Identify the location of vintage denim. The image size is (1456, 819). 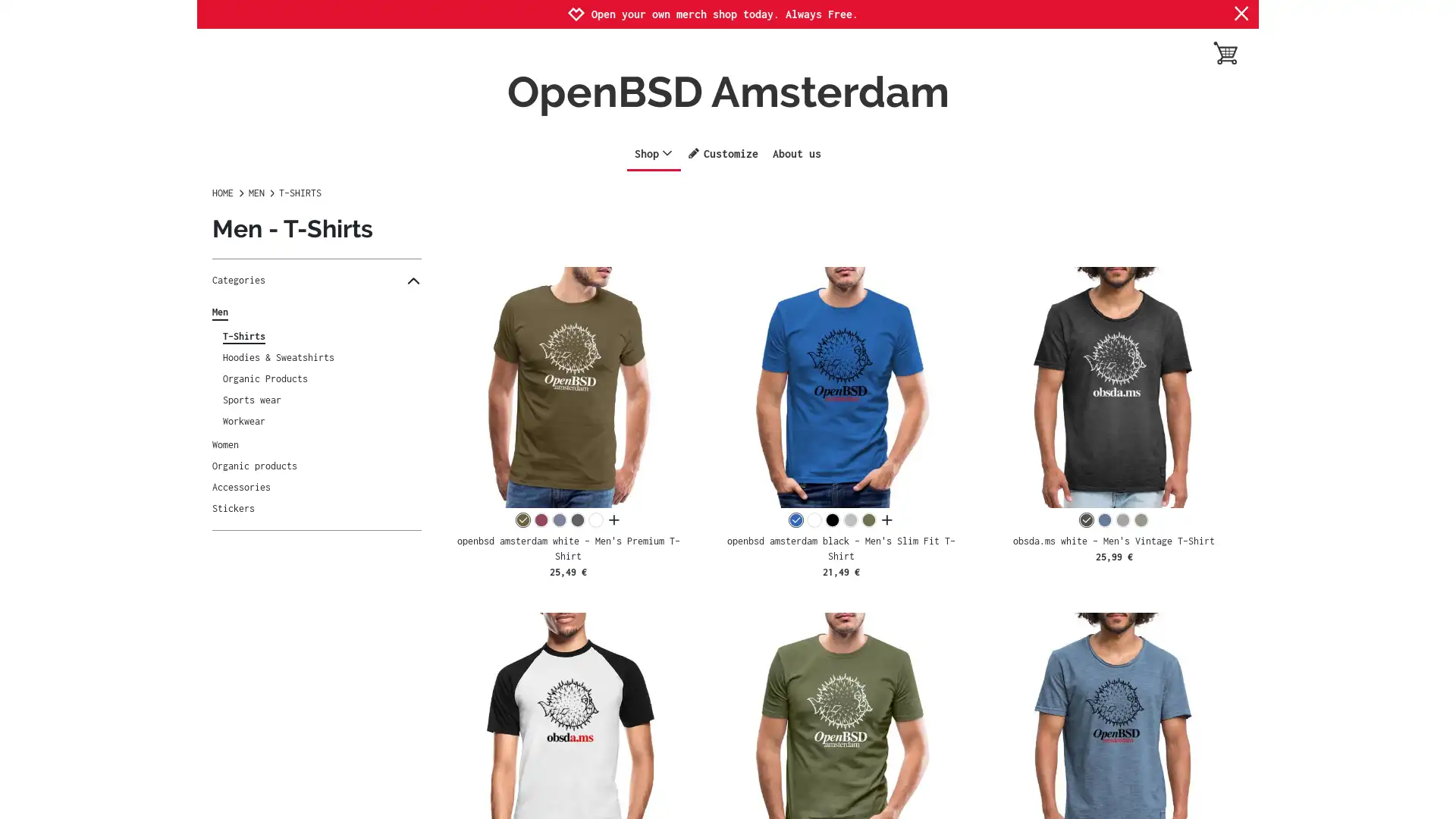
(1105, 519).